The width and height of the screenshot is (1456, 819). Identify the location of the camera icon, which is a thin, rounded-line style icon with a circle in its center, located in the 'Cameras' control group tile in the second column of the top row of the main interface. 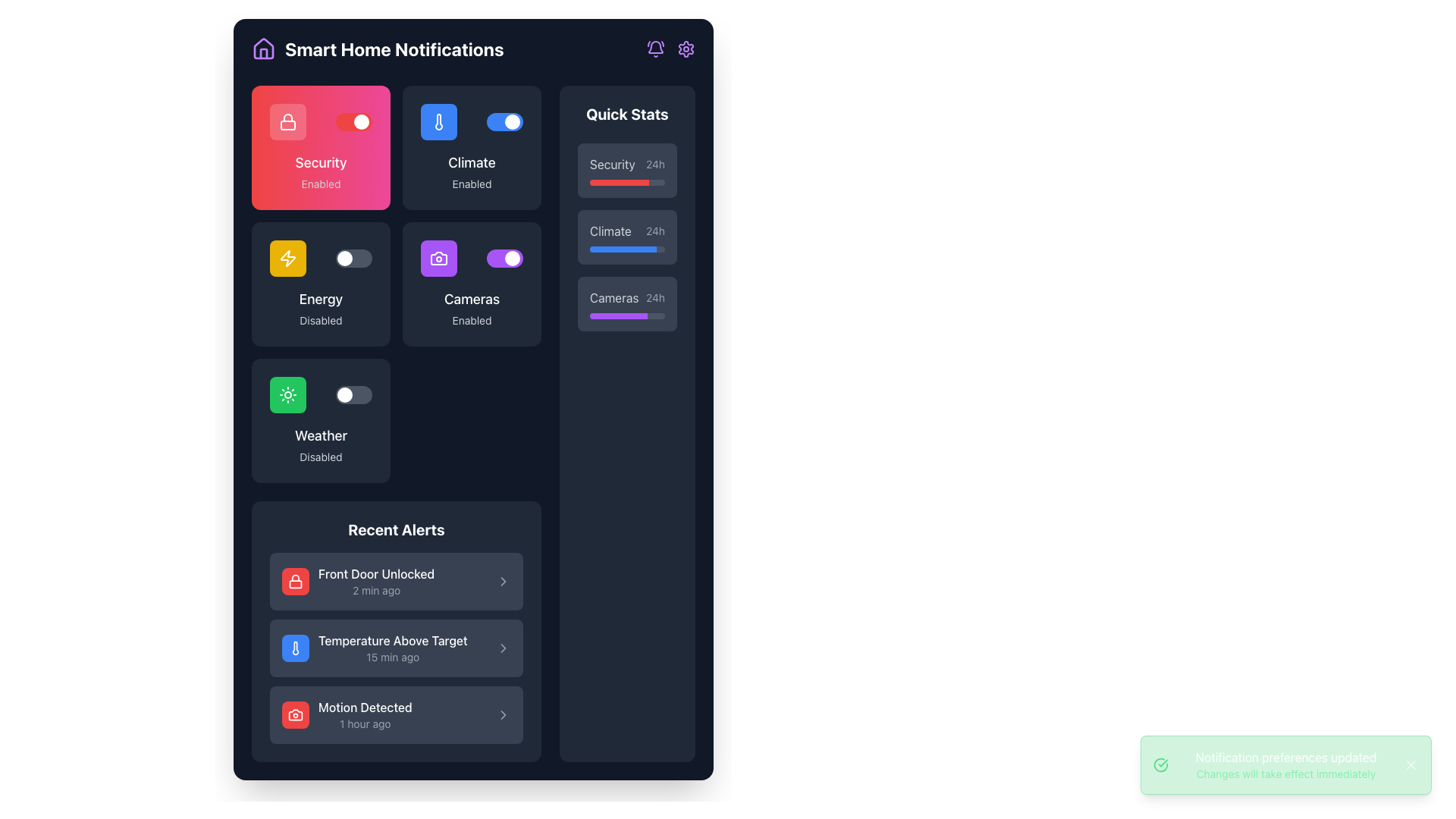
(438, 257).